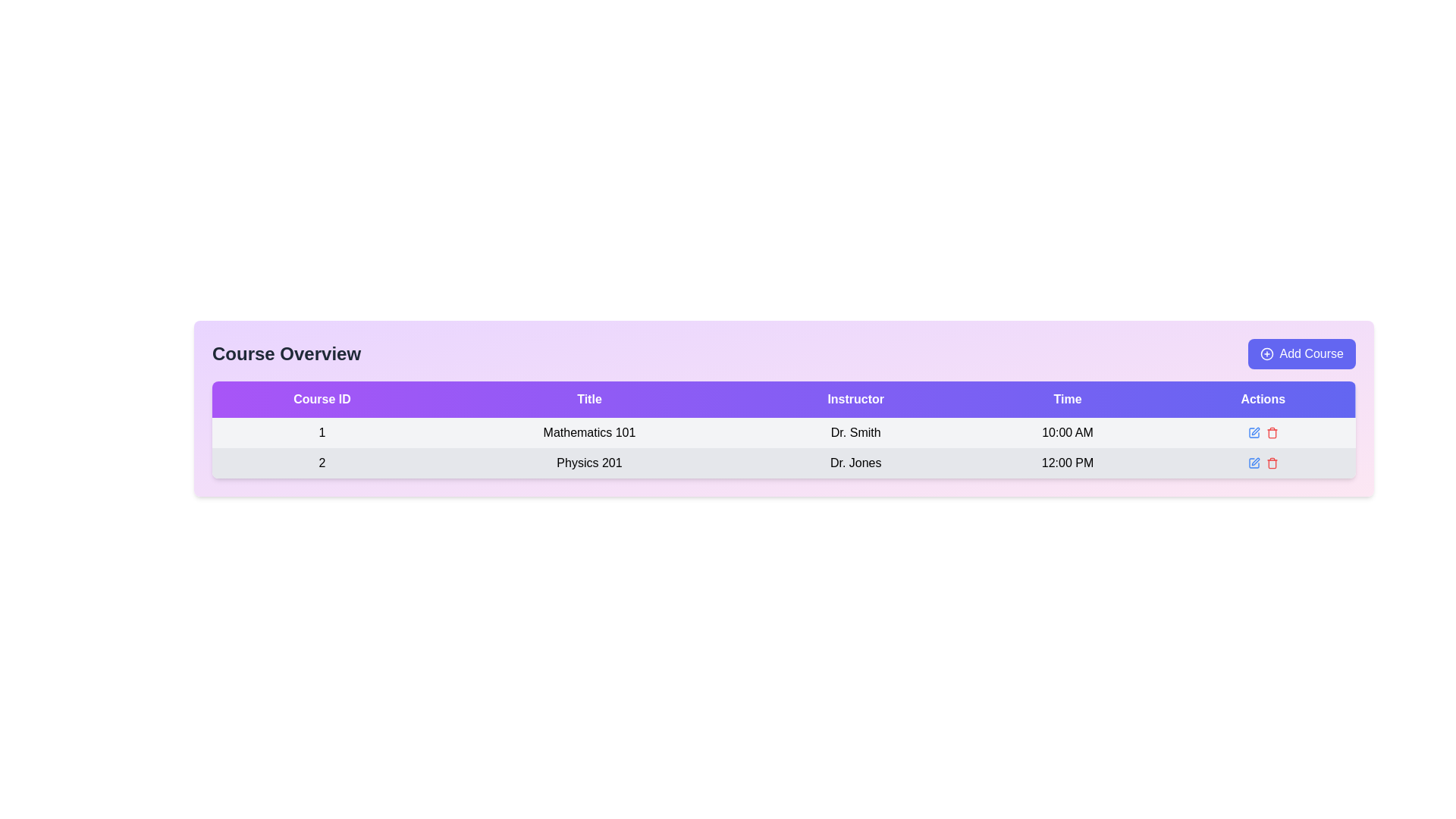  Describe the element at coordinates (1272, 462) in the screenshot. I see `the Trash Bin icon located in the last cell of the 'Actions' column in the second row of the table` at that location.